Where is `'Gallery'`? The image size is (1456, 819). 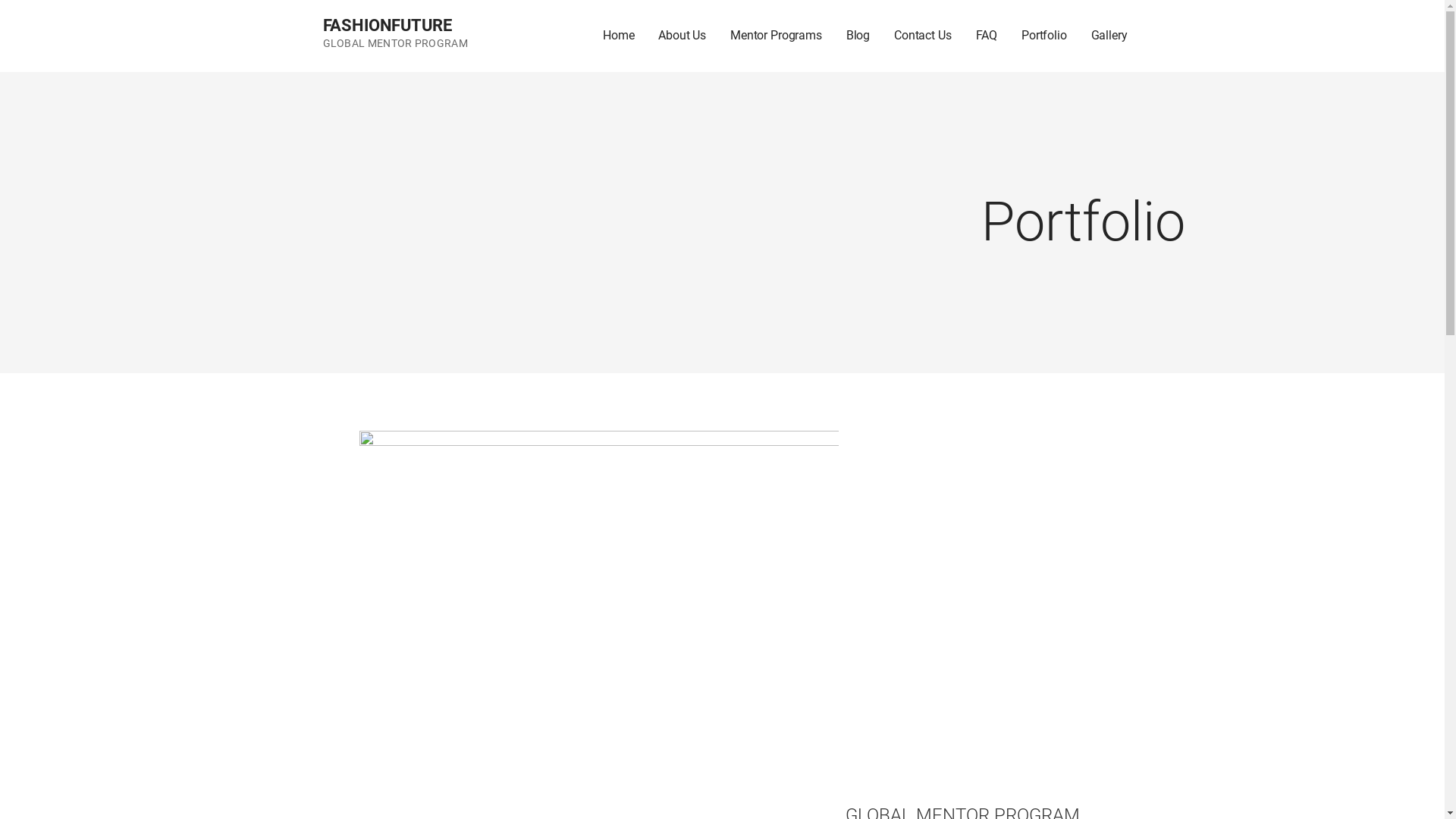
'Gallery' is located at coordinates (1109, 35).